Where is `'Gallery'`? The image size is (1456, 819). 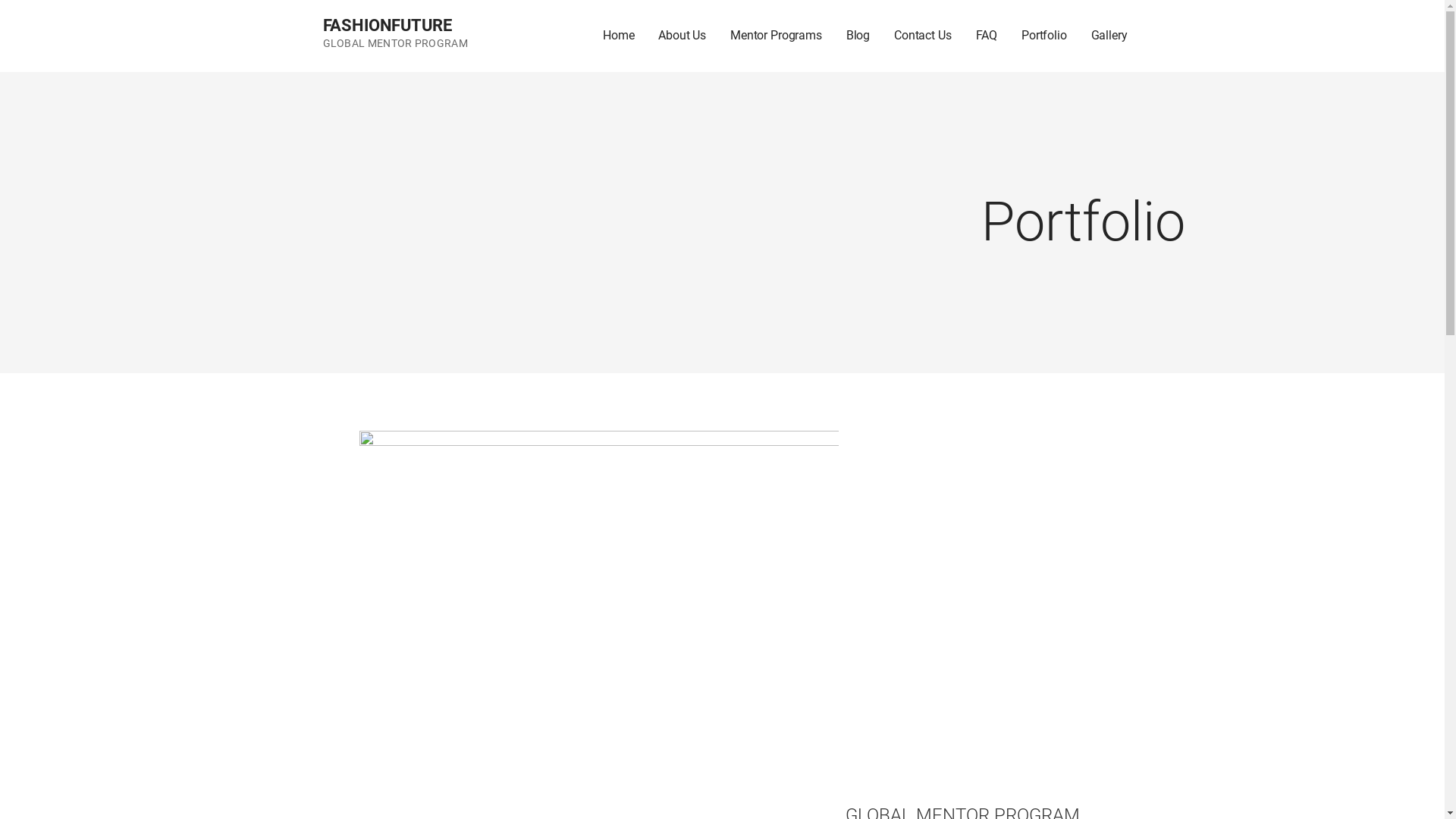
'Gallery' is located at coordinates (1109, 35).